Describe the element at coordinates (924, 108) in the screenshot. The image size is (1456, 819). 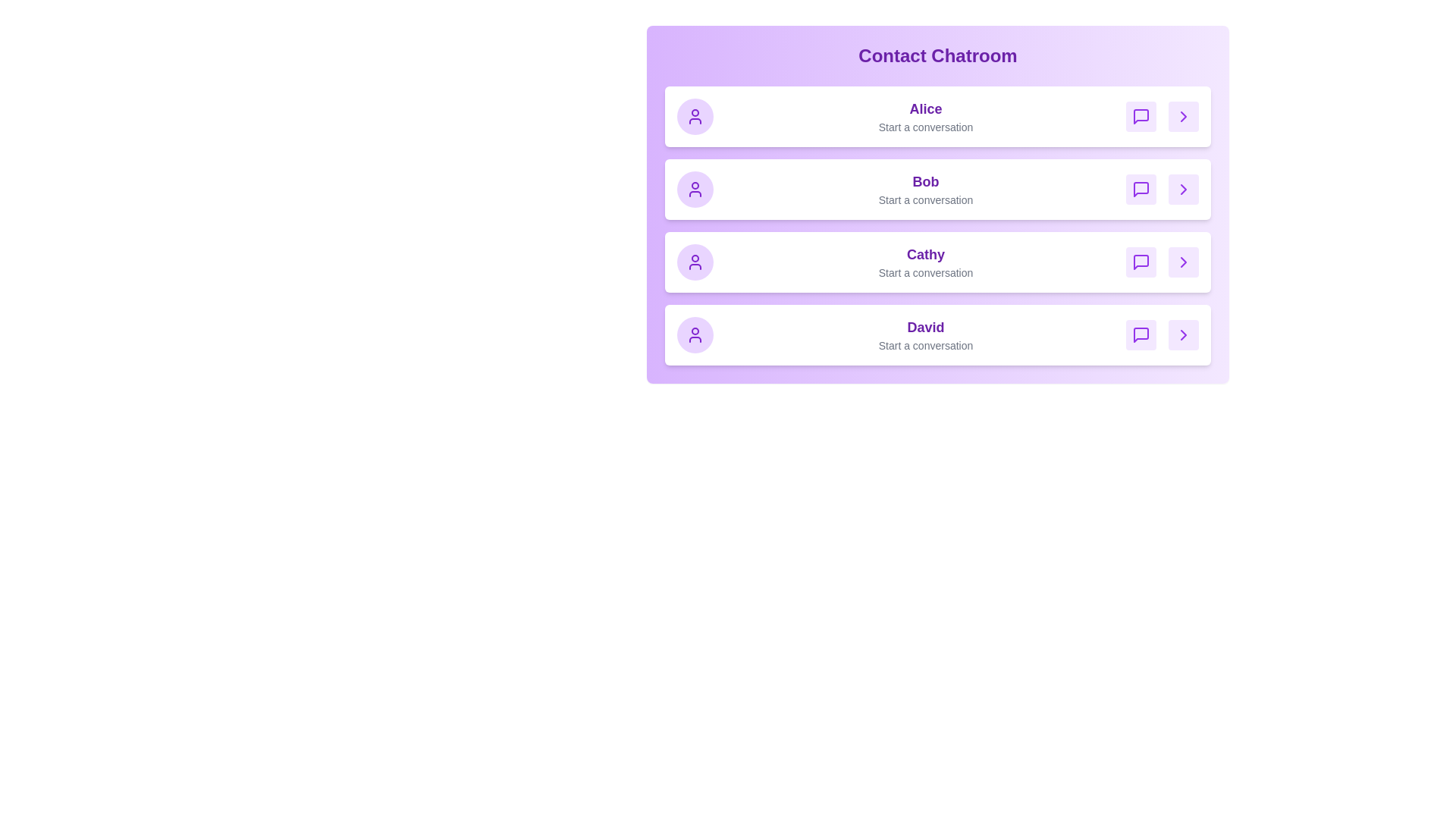
I see `the contact name Alice to select them` at that location.